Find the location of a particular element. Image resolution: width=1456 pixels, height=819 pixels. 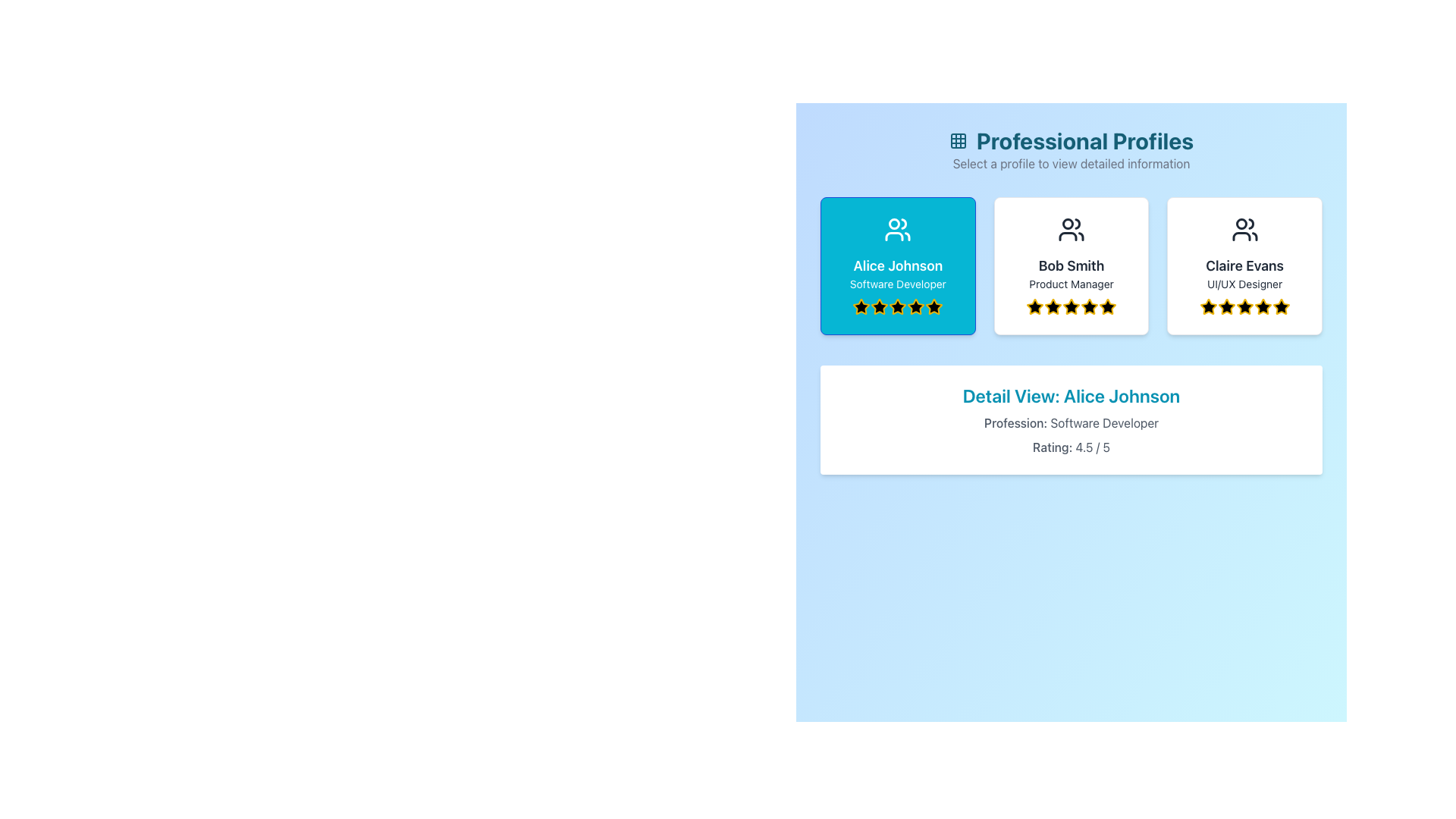

the user profile card for 'Alice Johnson', a Software Developer, represented by the icon at the center top of the card is located at coordinates (898, 230).